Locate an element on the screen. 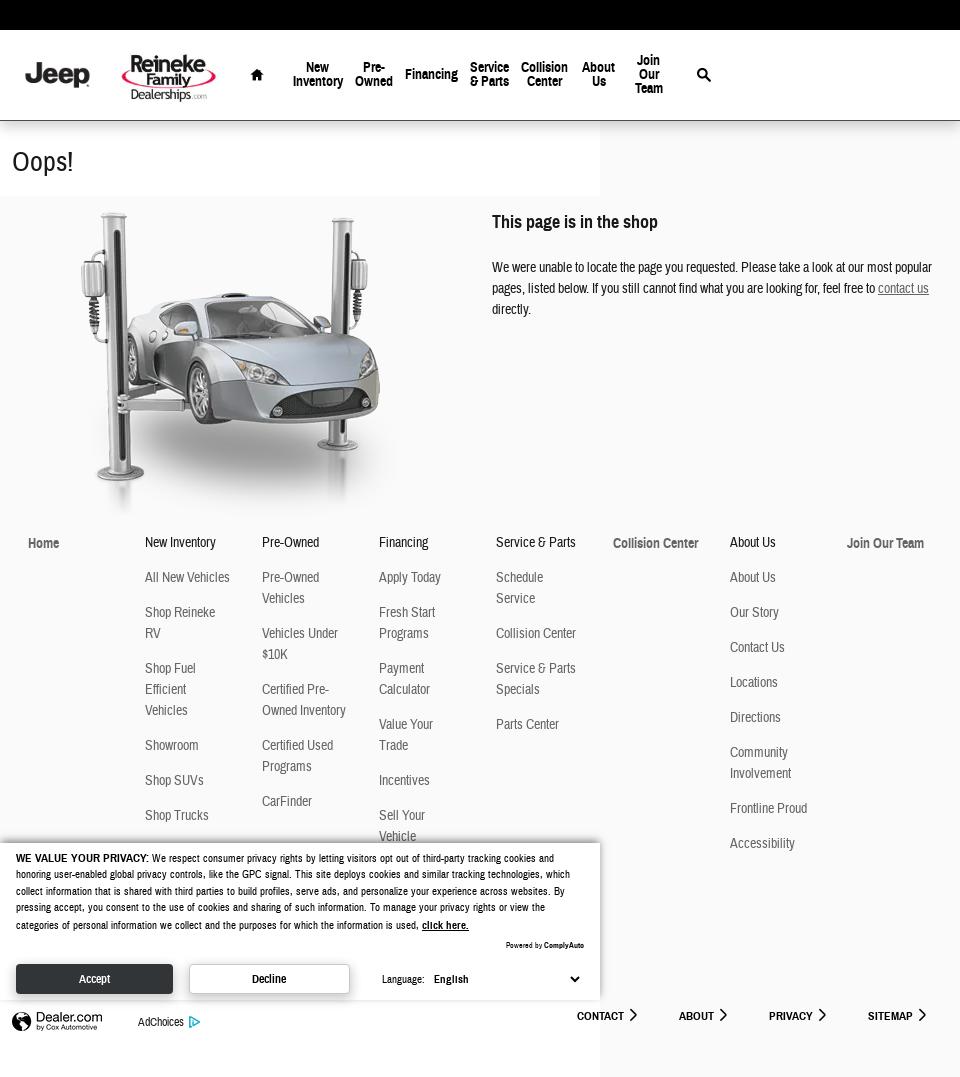 This screenshot has width=960, height=1077. 'Payment Calculator' is located at coordinates (403, 678).